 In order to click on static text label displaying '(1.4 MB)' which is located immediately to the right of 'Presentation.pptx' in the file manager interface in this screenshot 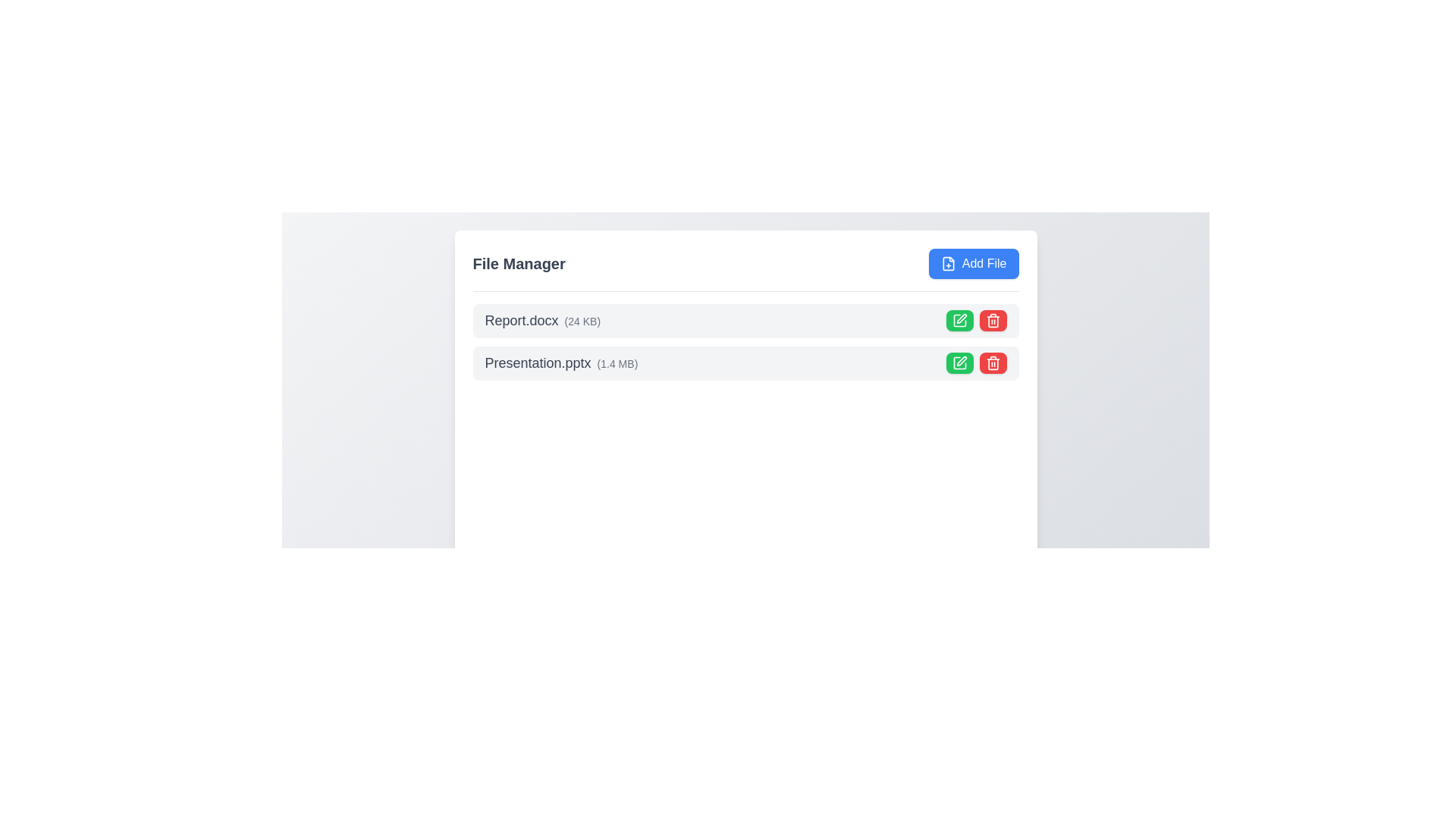, I will do `click(617, 363)`.